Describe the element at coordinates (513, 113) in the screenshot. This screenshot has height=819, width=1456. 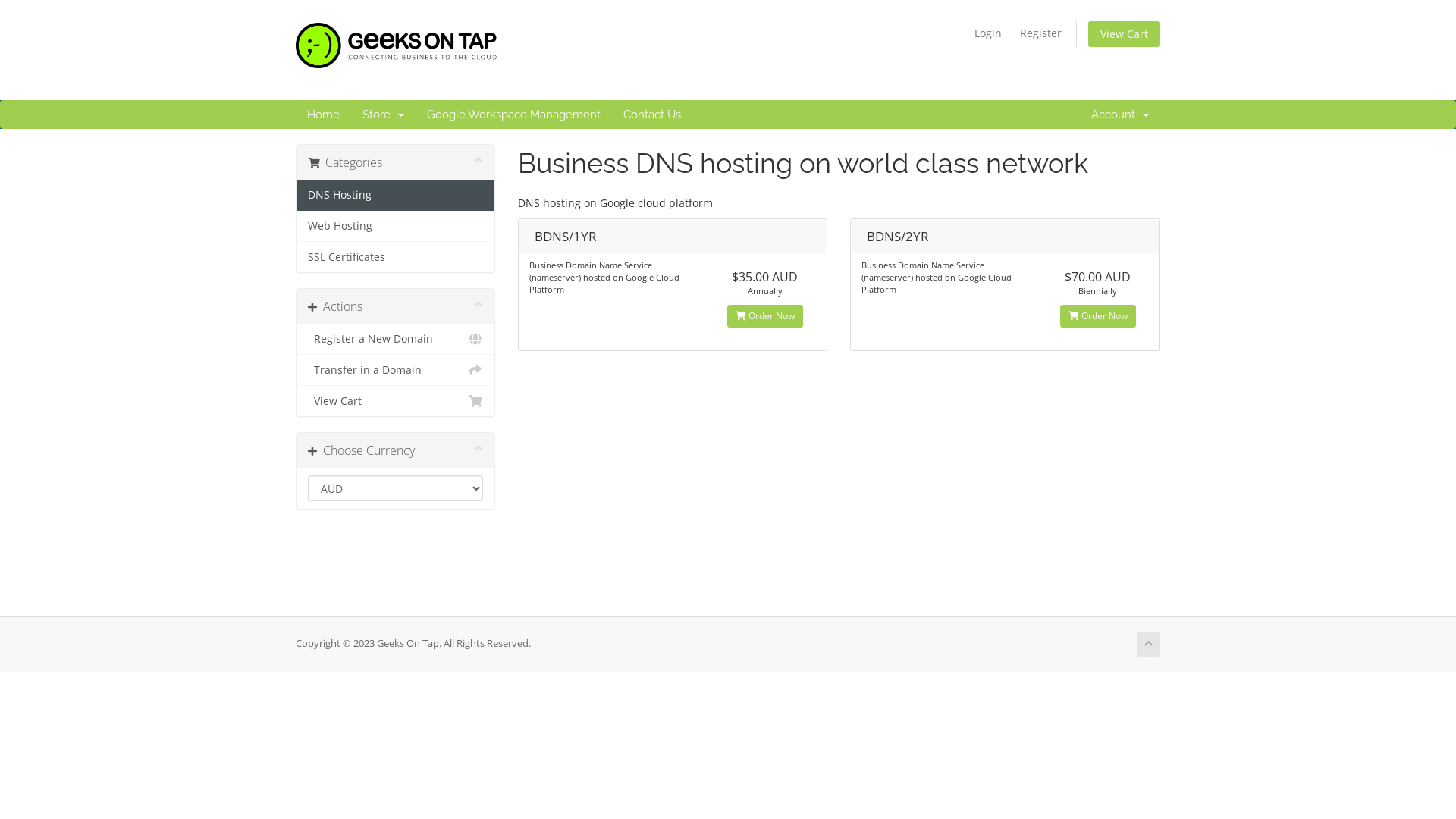
I see `'Google Workspace Management'` at that location.